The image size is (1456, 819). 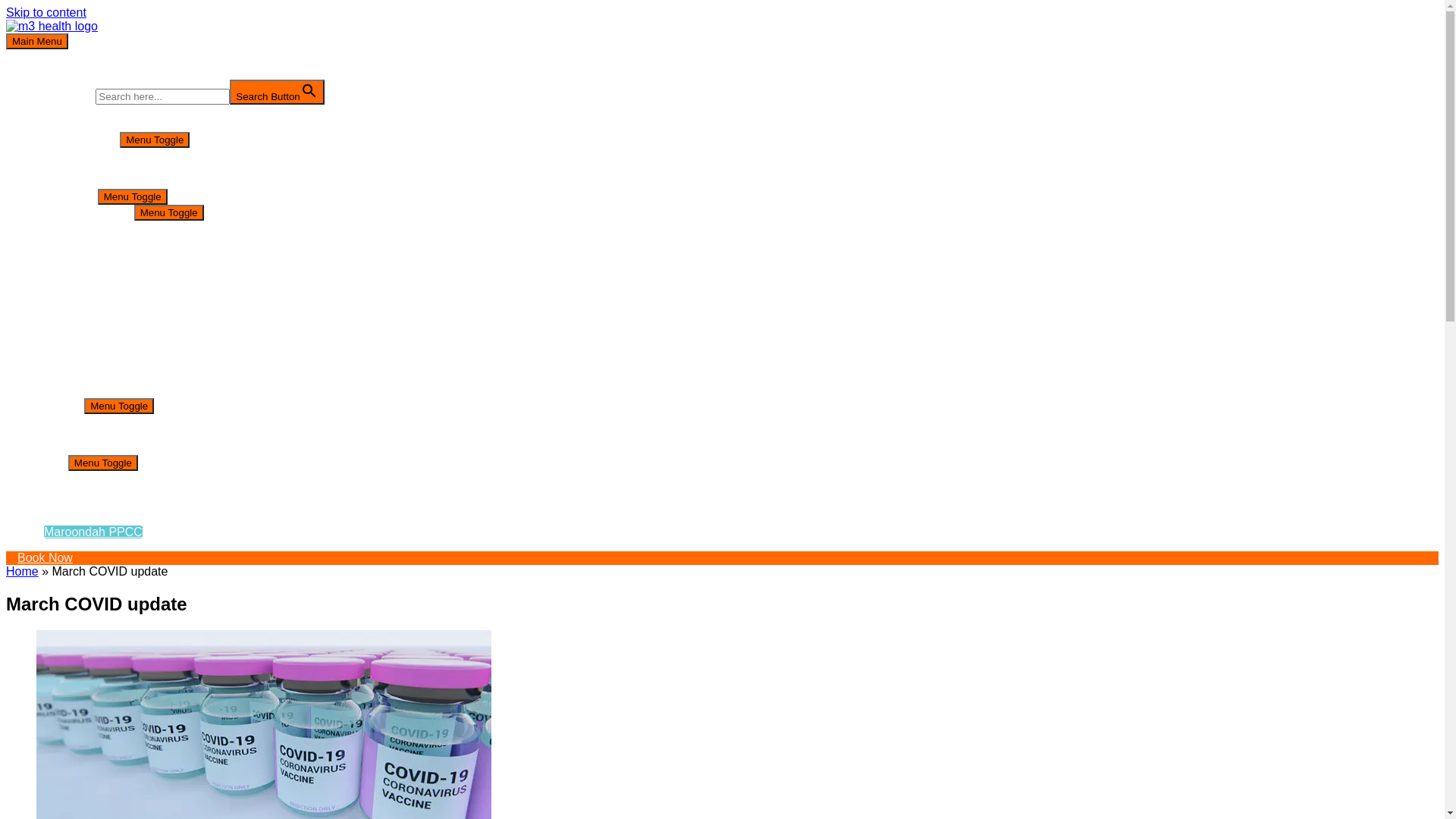 What do you see at coordinates (22, 571) in the screenshot?
I see `'Home'` at bounding box center [22, 571].